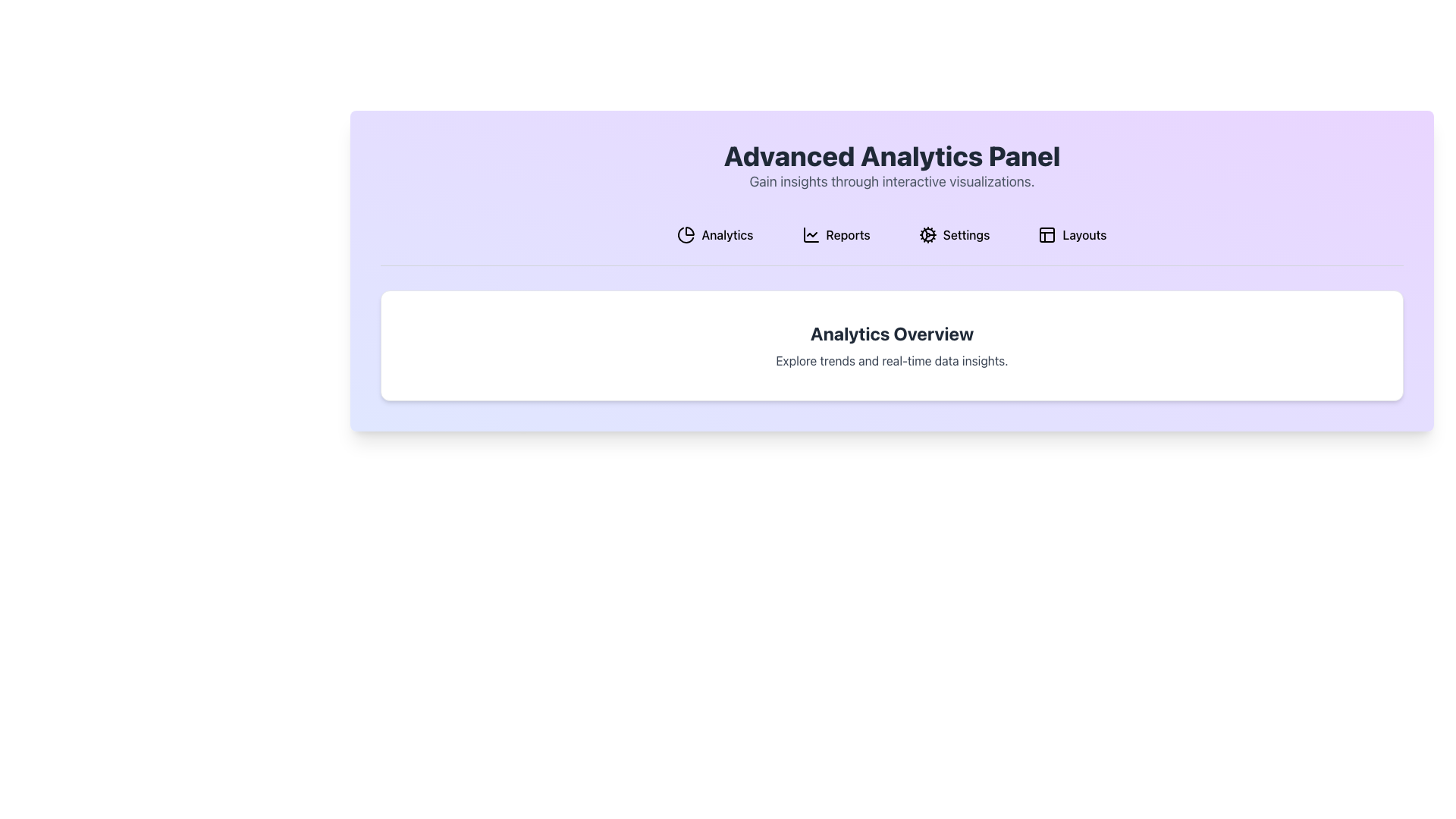 Image resolution: width=1456 pixels, height=819 pixels. I want to click on the 'Analytics' button using the keyboard tab key, so click(714, 234).